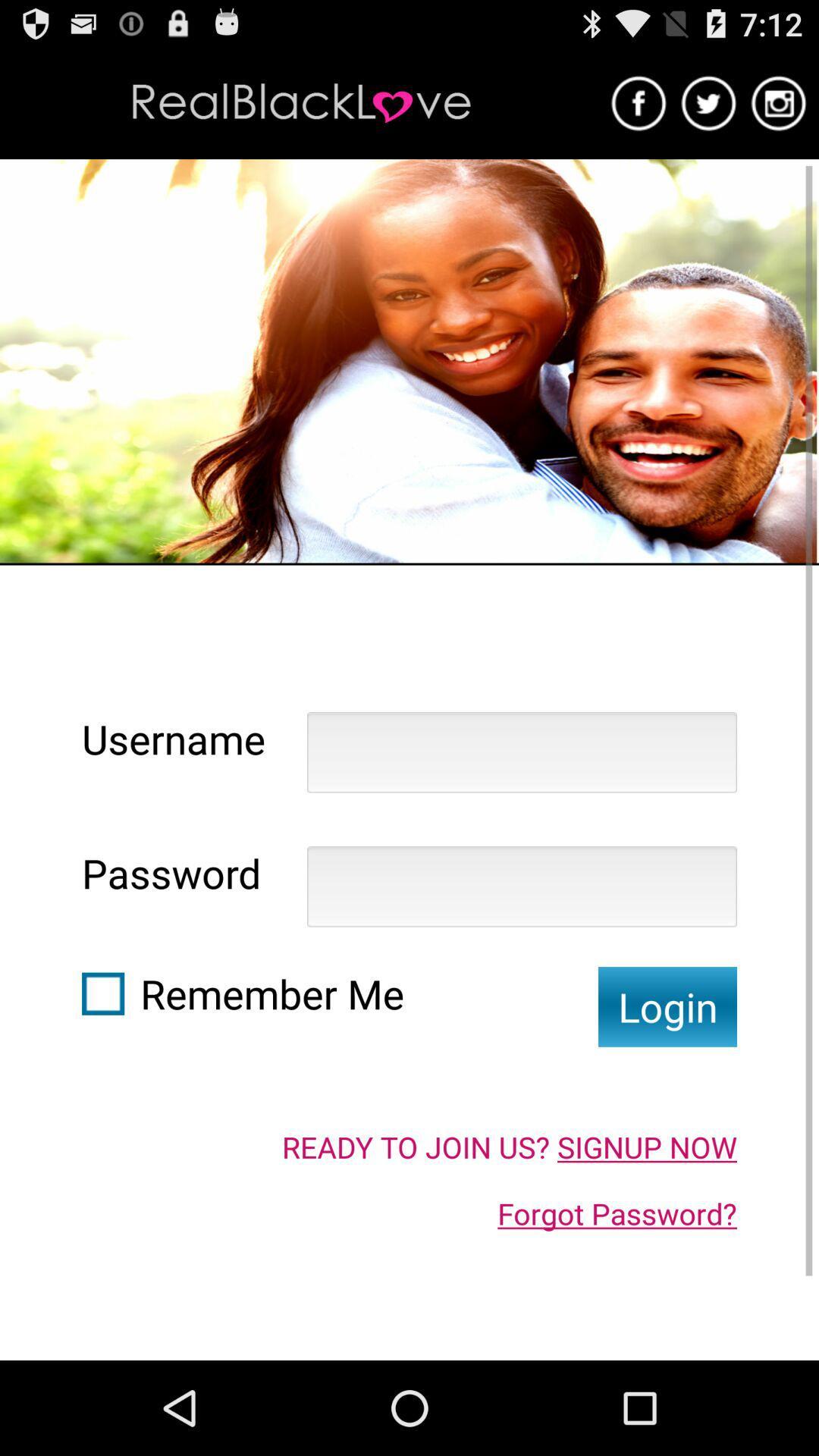  I want to click on the facebook icon, so click(639, 109).